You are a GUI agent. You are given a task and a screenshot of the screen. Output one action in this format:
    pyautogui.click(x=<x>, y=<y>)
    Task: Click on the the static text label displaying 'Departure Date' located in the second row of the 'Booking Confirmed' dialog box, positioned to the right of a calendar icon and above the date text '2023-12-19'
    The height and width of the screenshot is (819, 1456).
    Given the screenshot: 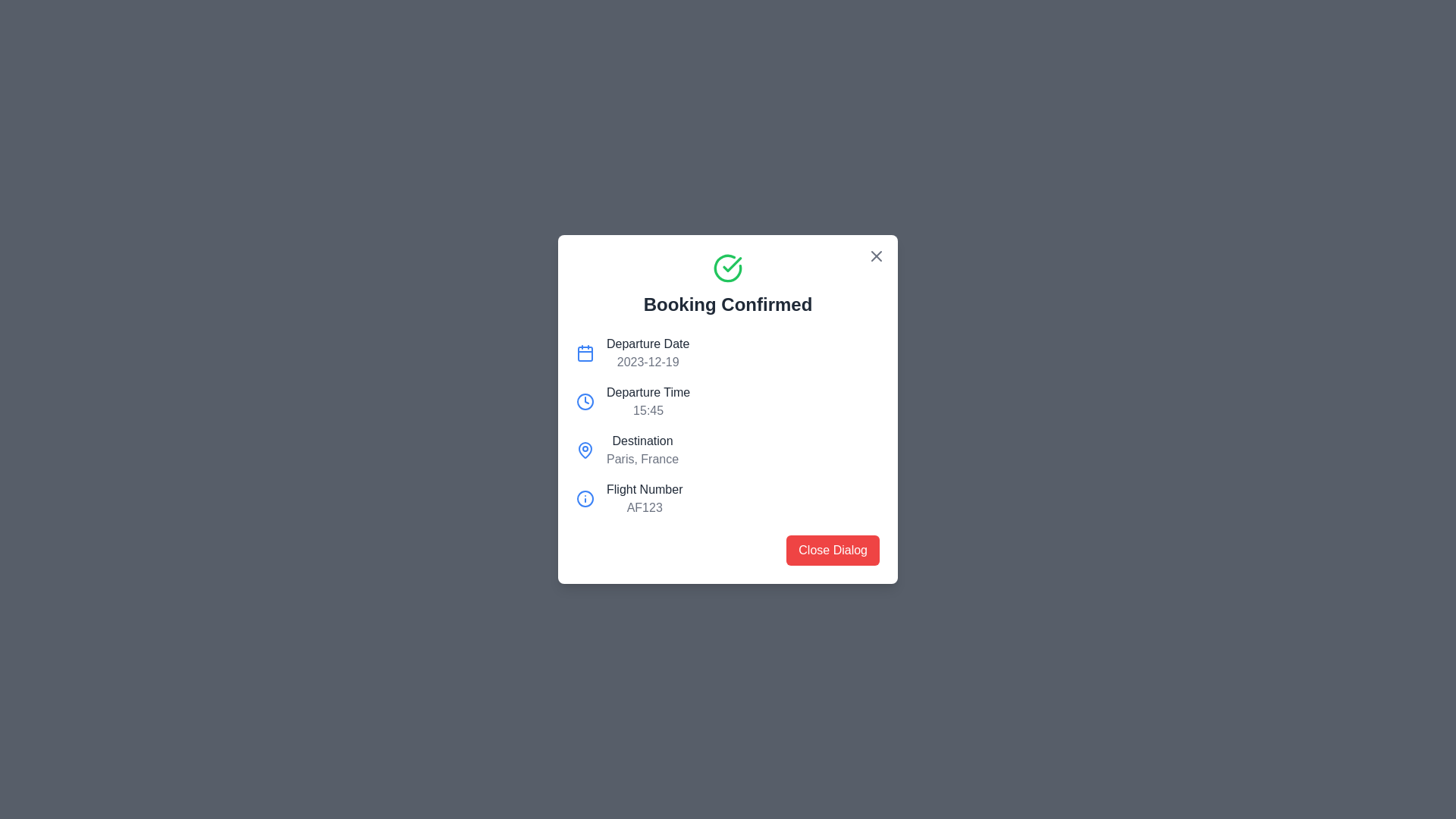 What is the action you would take?
    pyautogui.click(x=648, y=344)
    